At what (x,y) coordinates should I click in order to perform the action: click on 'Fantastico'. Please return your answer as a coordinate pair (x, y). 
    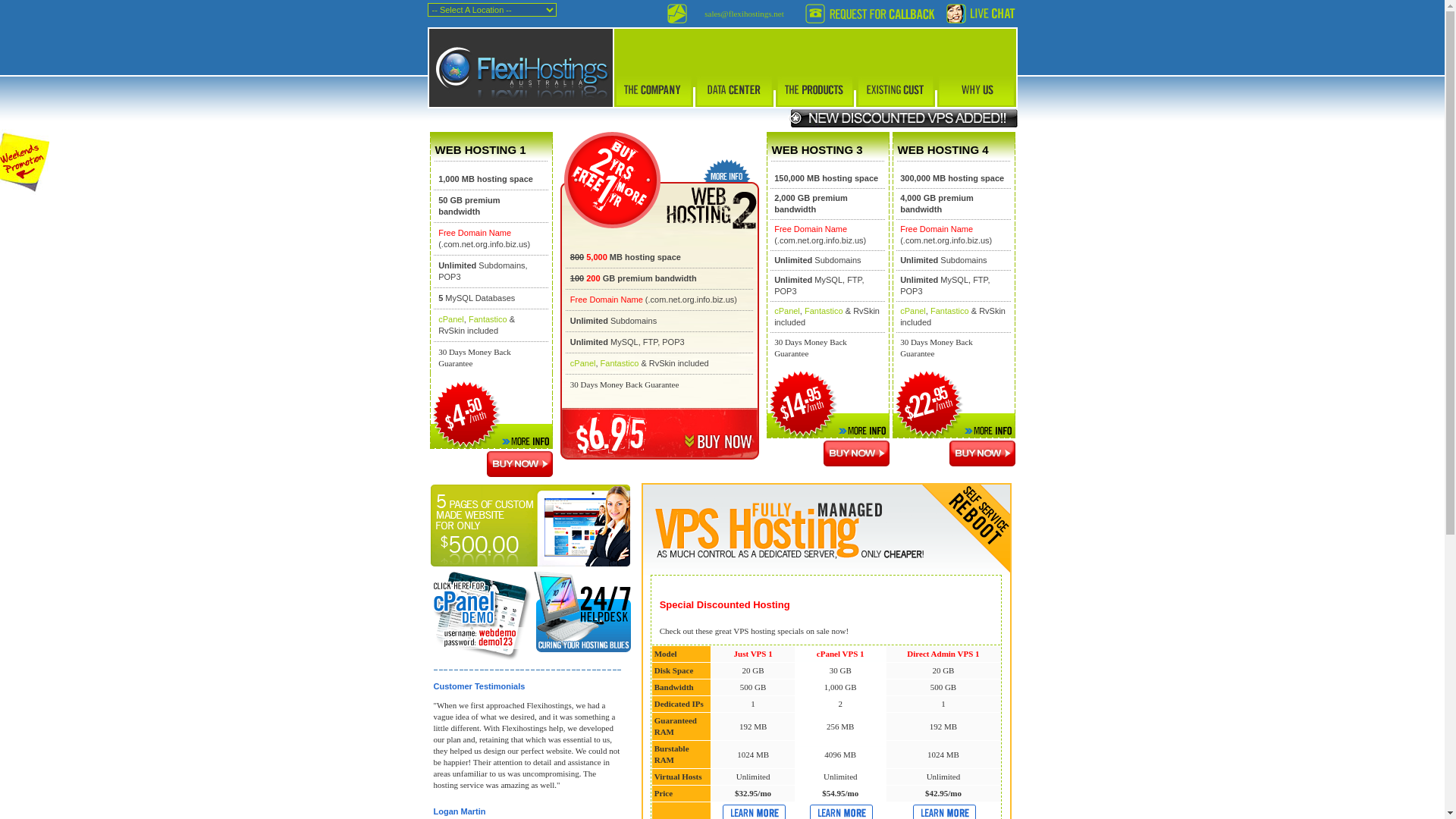
    Looking at the image, I should click on (488, 318).